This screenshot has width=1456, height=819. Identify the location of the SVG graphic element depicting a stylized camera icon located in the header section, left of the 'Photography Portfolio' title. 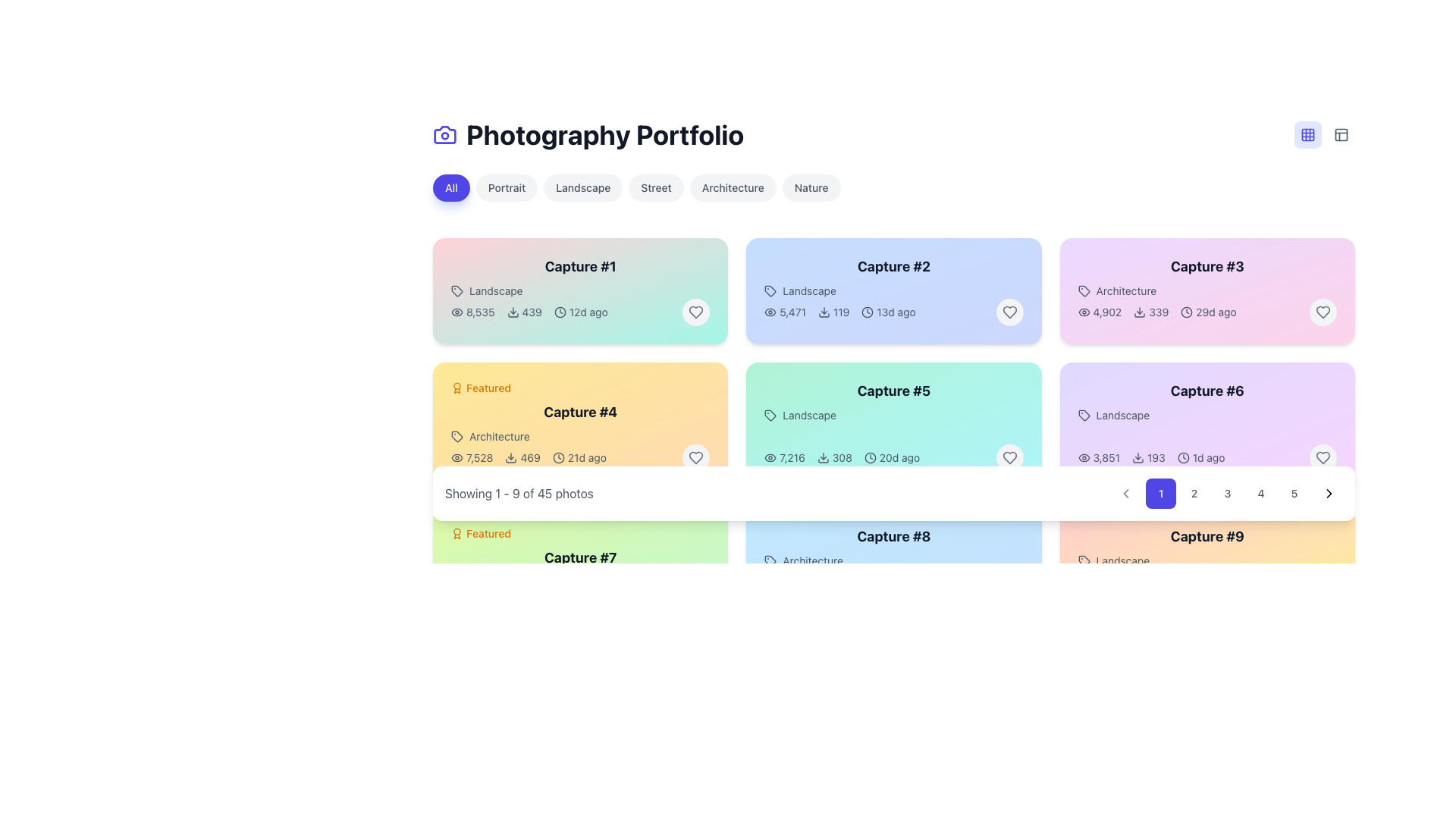
(444, 133).